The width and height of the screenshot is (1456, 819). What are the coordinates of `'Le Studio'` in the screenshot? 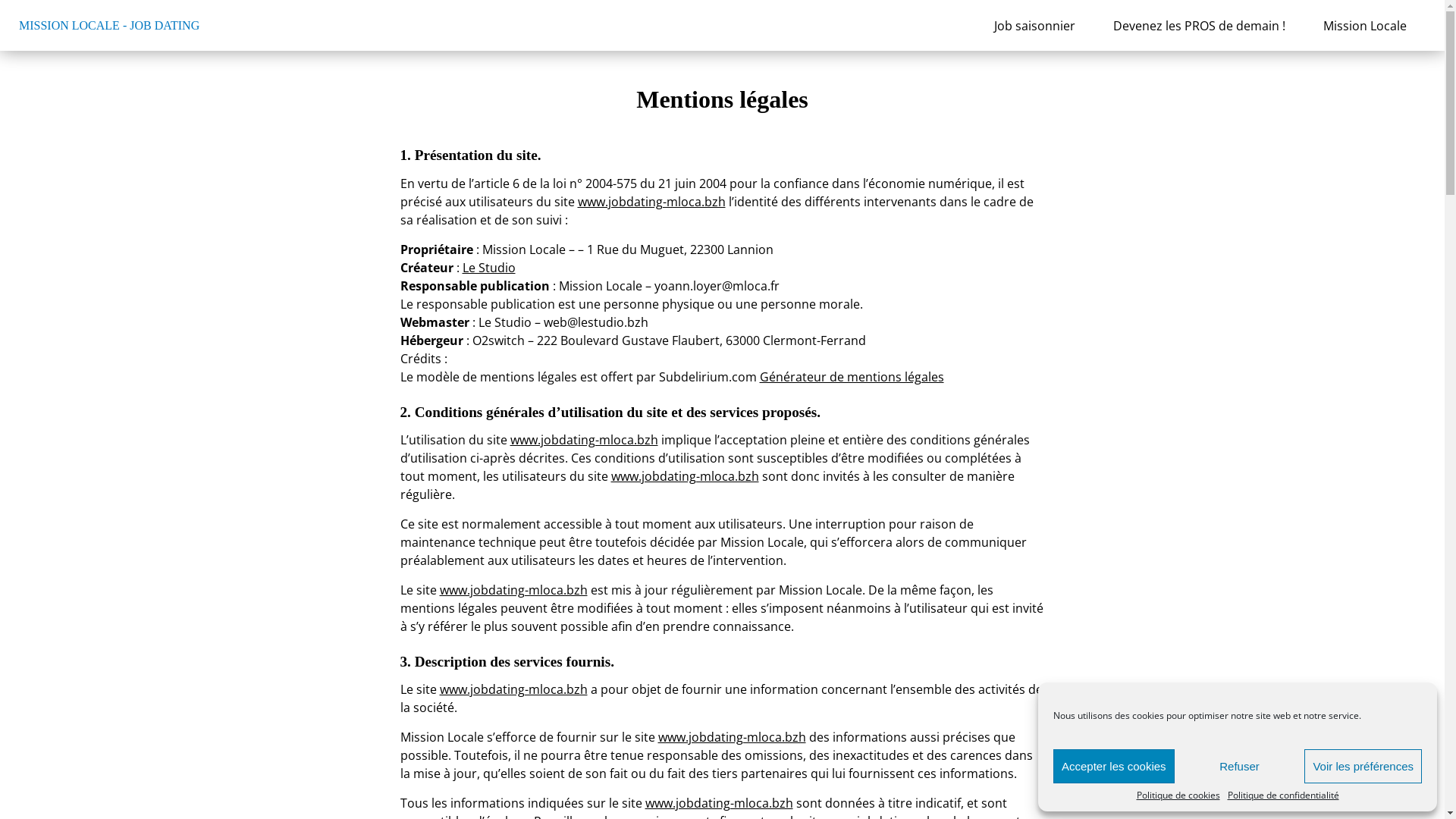 It's located at (461, 267).